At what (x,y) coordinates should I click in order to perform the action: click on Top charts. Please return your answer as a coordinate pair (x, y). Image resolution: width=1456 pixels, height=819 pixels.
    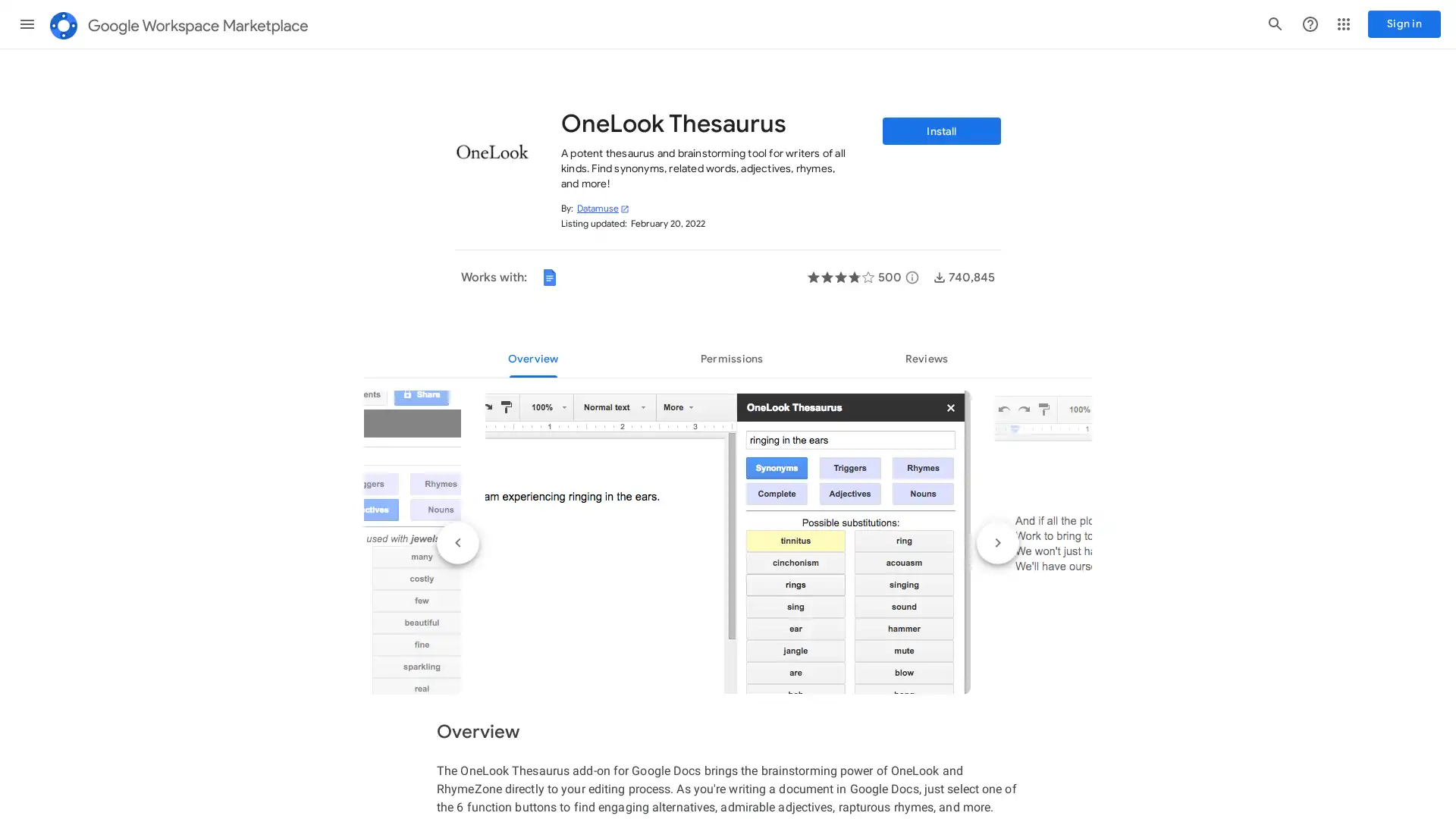
    Looking at the image, I should click on (14, 283).